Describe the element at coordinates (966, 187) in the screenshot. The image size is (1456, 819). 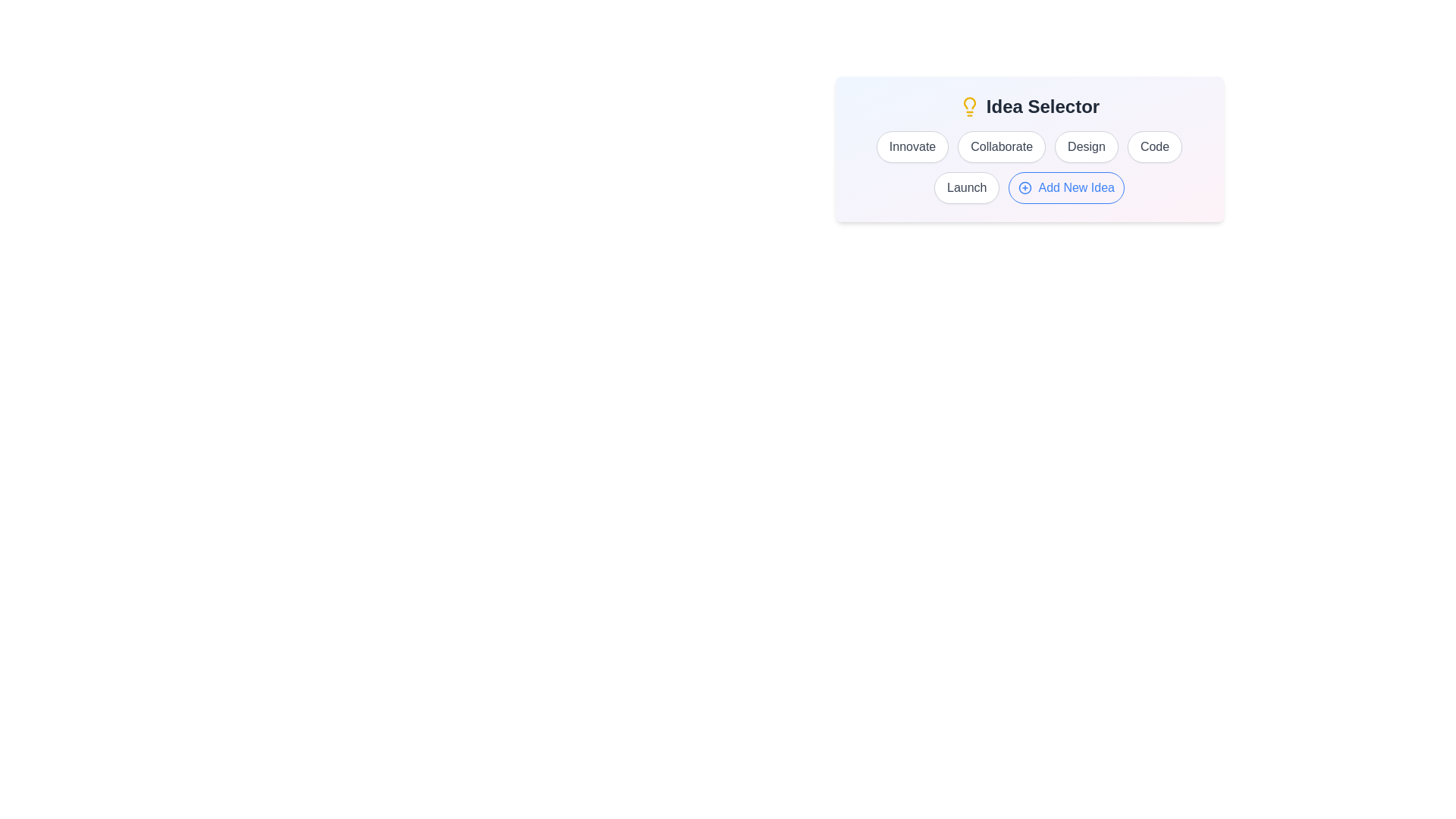
I see `the Launch button to observe its hover effect` at that location.